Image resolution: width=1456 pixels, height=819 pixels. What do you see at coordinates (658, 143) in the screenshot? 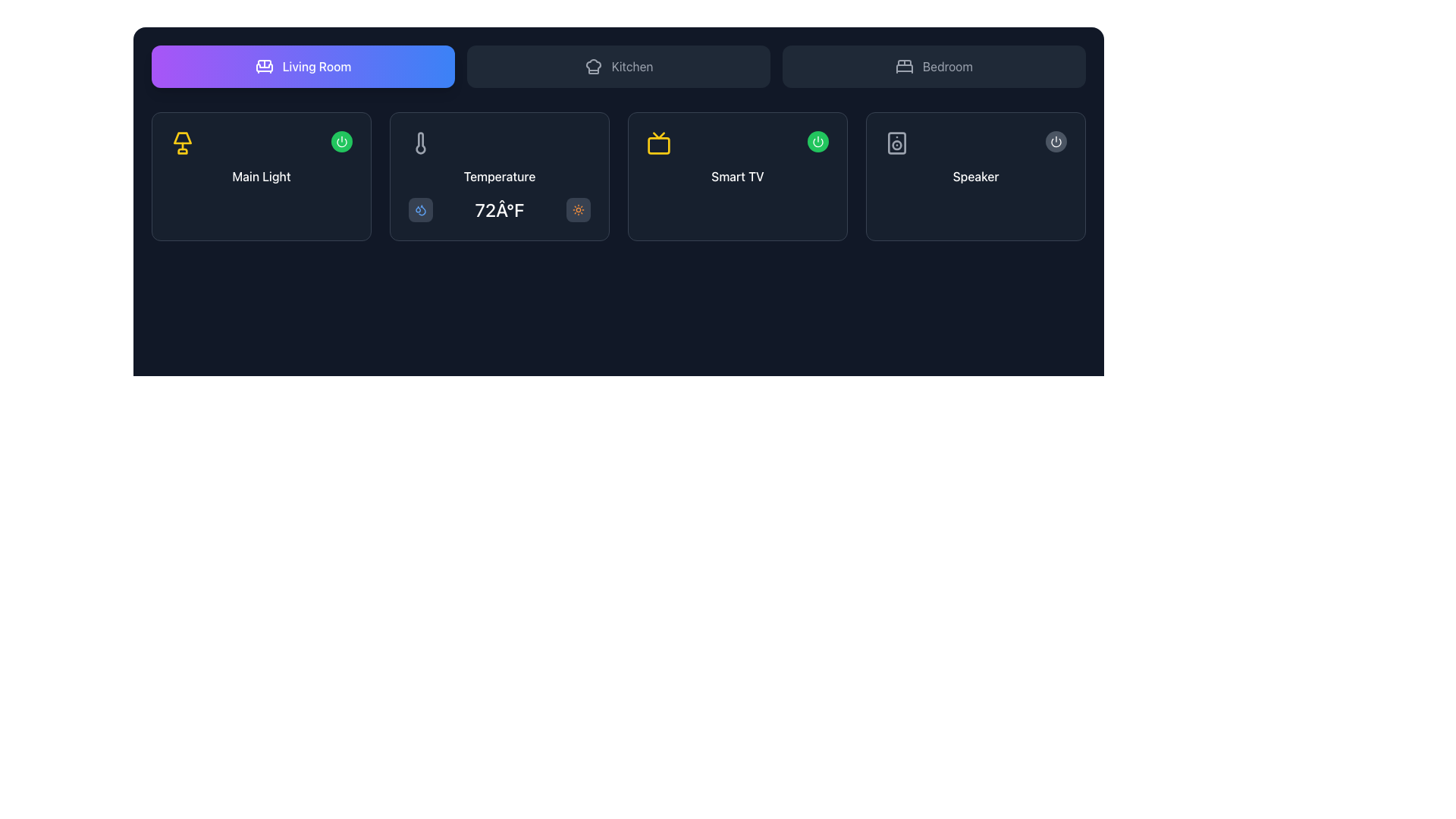
I see `the vintage television icon, which is located centrally within the 'Smart TV' card, characterized by its bright yellow color and geometric style` at bounding box center [658, 143].